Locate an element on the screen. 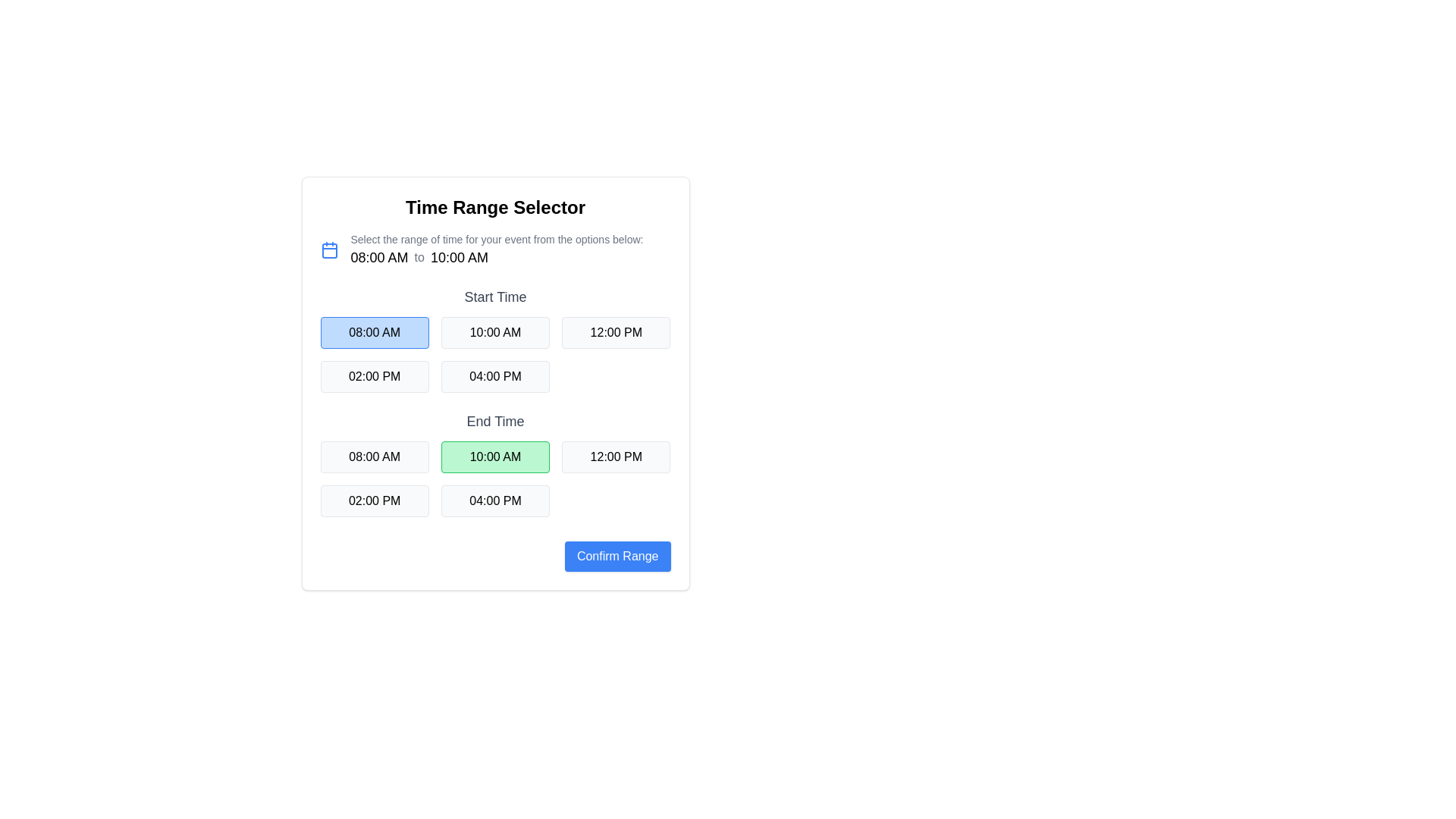  the '10:00 AM' time selection button located in the 'End Time' section of the selection grid is located at coordinates (495, 463).